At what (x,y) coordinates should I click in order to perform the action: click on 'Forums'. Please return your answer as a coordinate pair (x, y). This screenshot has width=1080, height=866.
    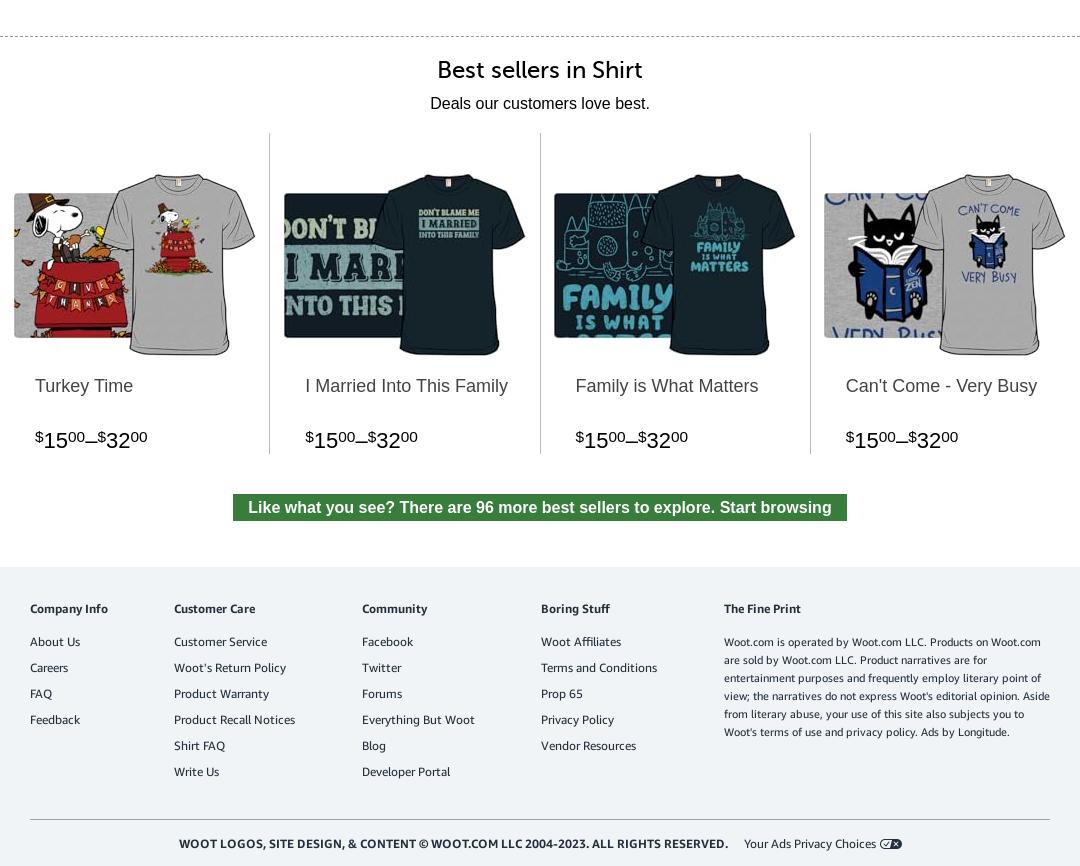
    Looking at the image, I should click on (381, 691).